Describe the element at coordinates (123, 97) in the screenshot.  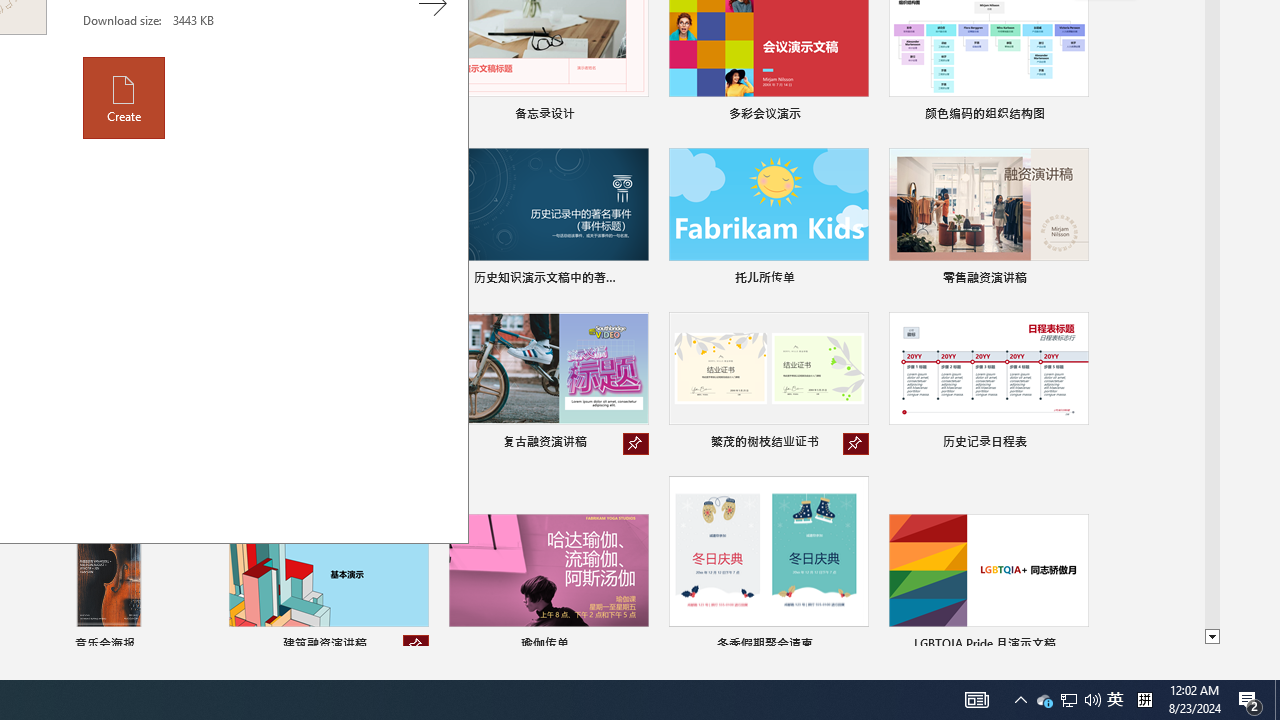
I see `'Create'` at that location.